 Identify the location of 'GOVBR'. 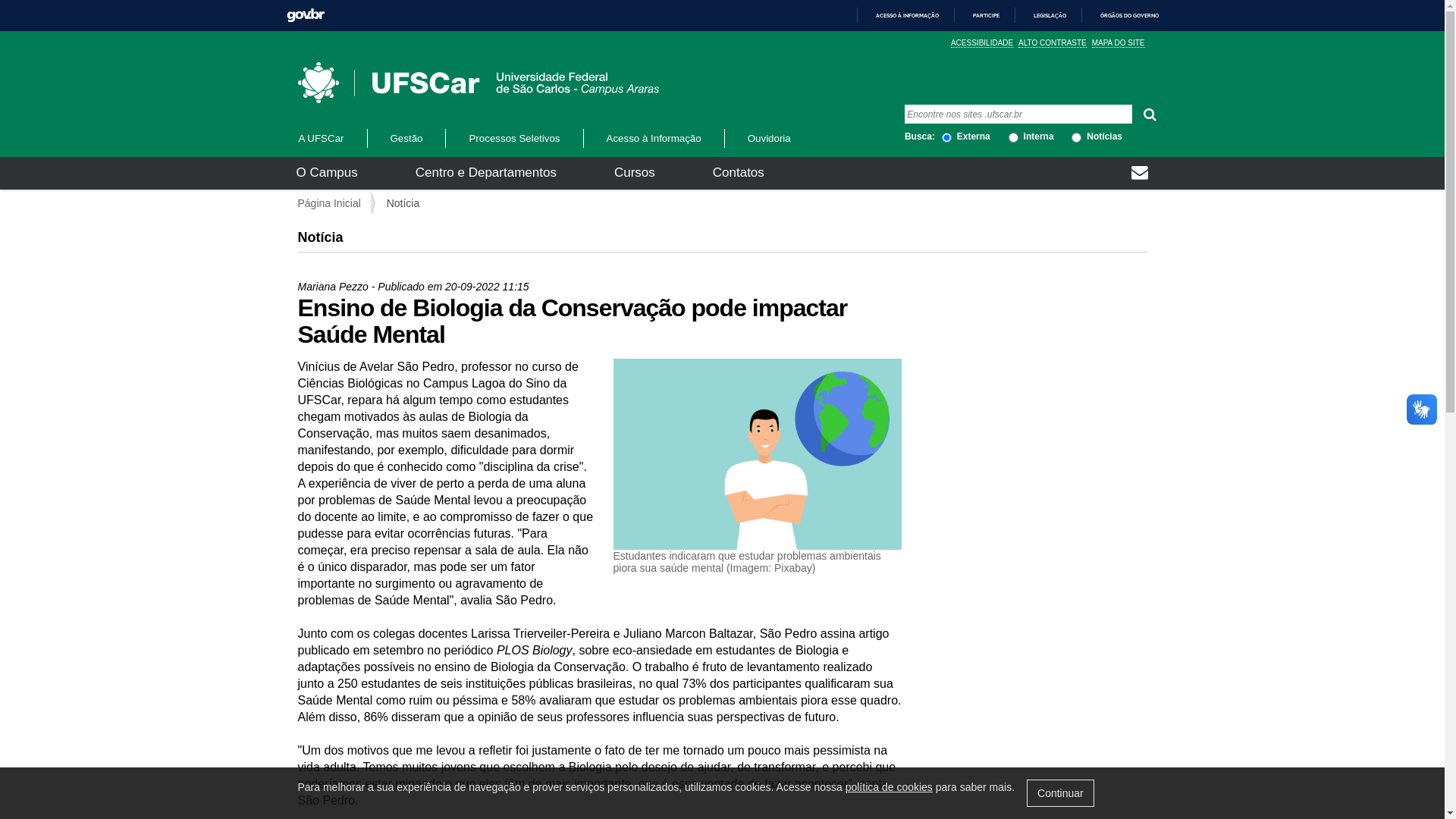
(305, 14).